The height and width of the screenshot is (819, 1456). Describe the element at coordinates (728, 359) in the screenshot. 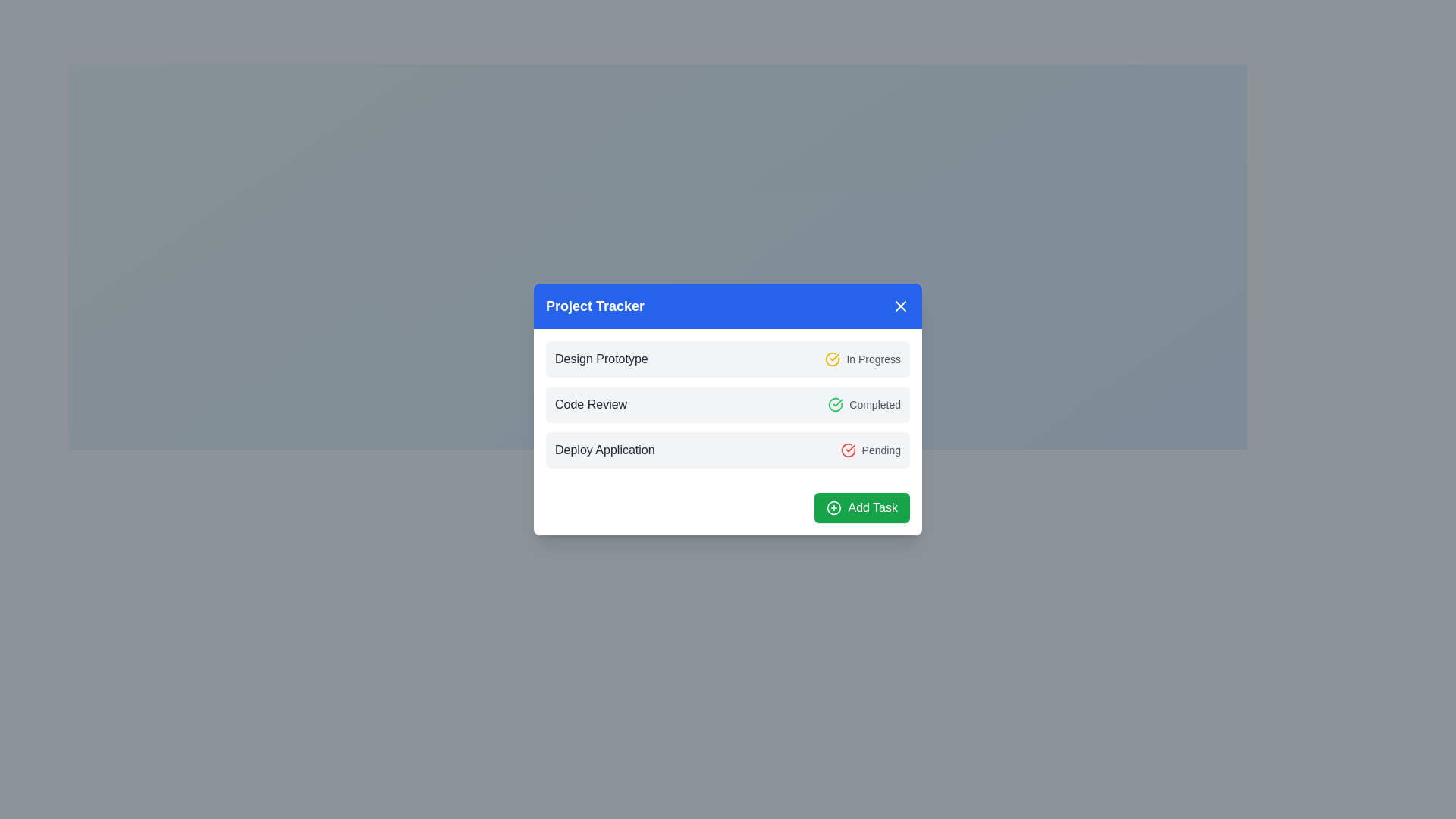

I see `the first task card in the project tracker interface to interact with it` at that location.